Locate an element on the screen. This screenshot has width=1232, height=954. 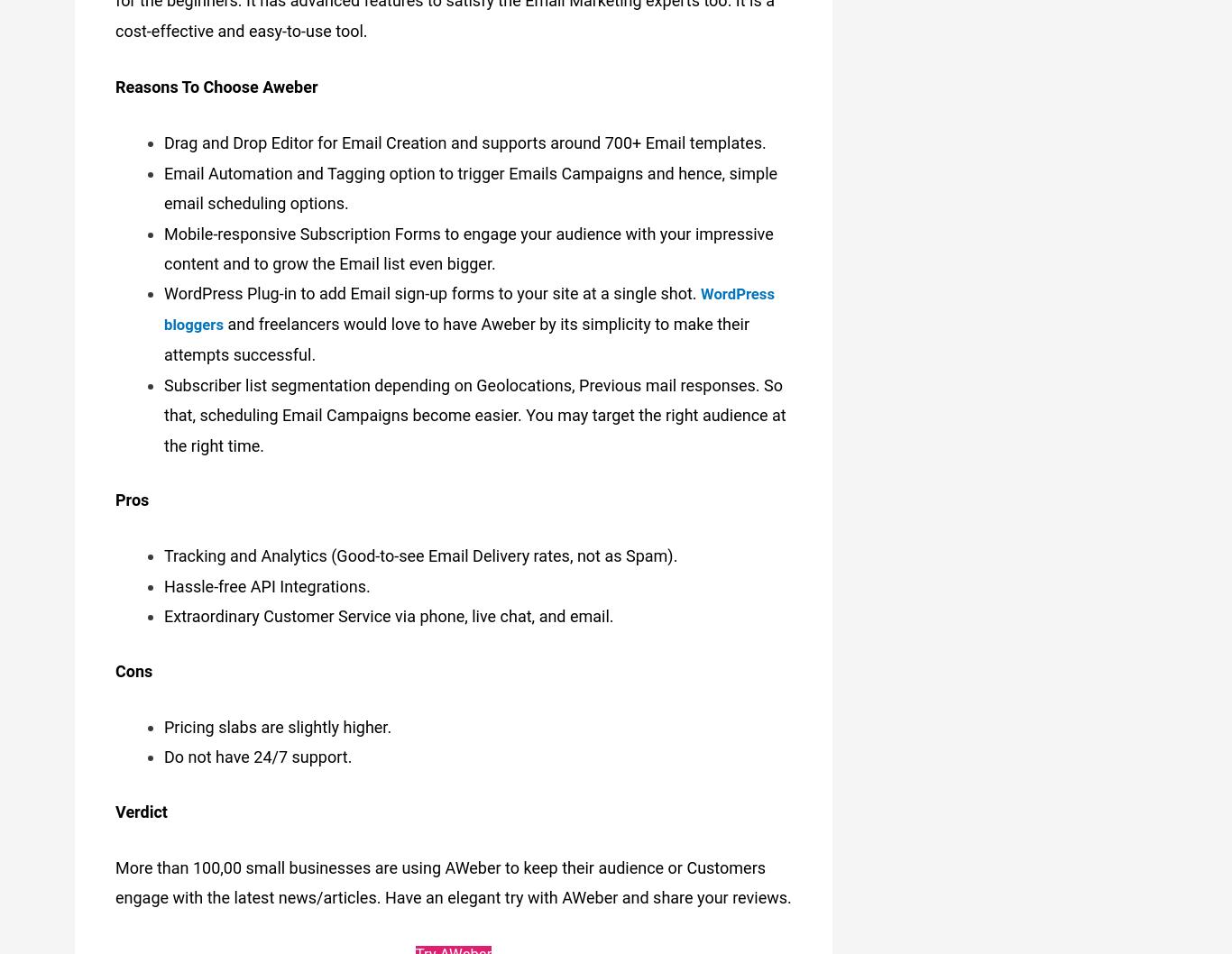
'Do not have 24/7 support.' is located at coordinates (162, 748).